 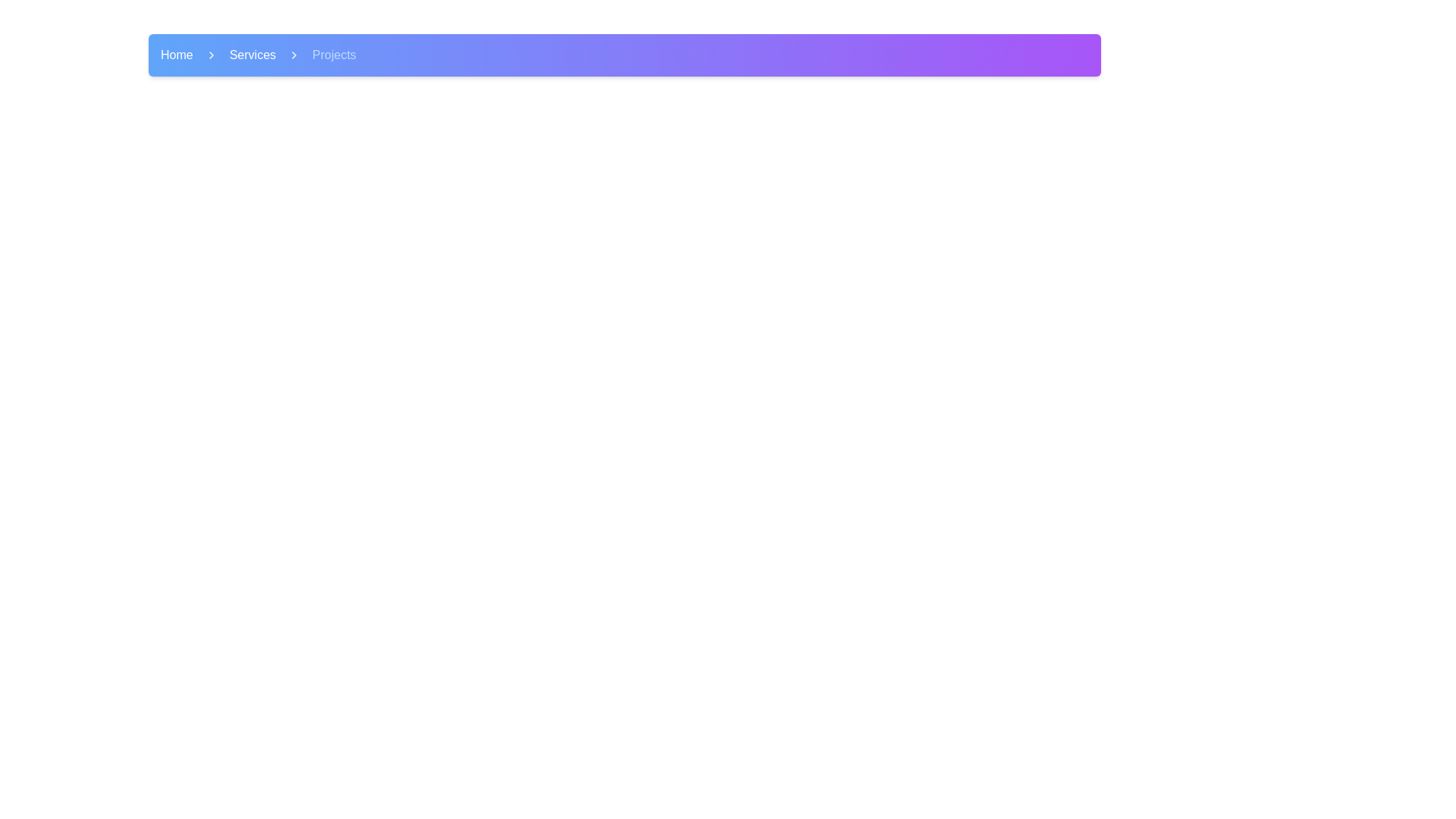 I want to click on the 'Home' hyperlink located in the top-left corner of the navigation bar, so click(x=177, y=55).